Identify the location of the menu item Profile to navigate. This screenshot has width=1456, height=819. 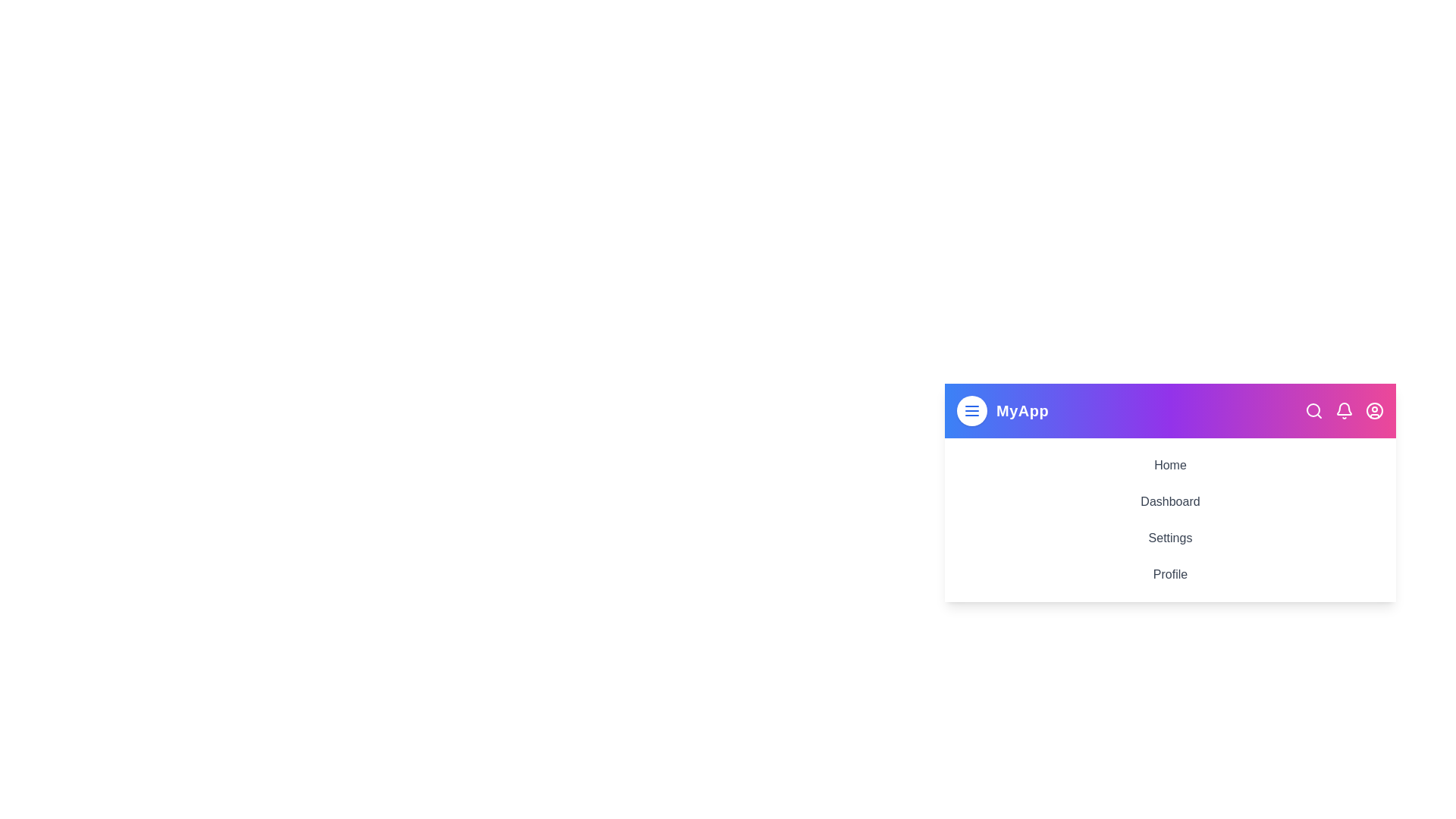
(1169, 575).